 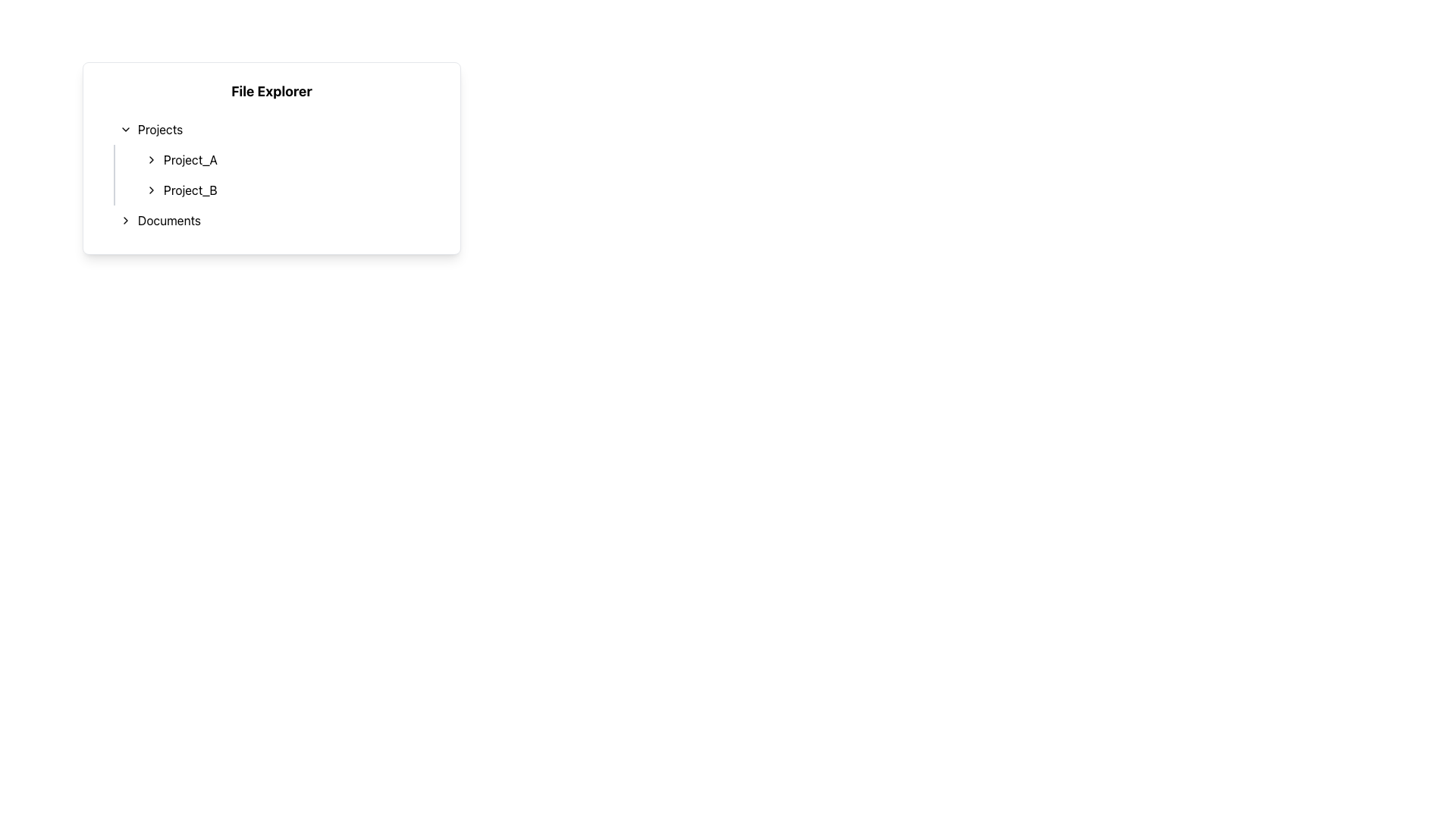 What do you see at coordinates (190, 189) in the screenshot?
I see `the 'Project_B' text label in the 'File Explorer' to visually indicate its presence` at bounding box center [190, 189].